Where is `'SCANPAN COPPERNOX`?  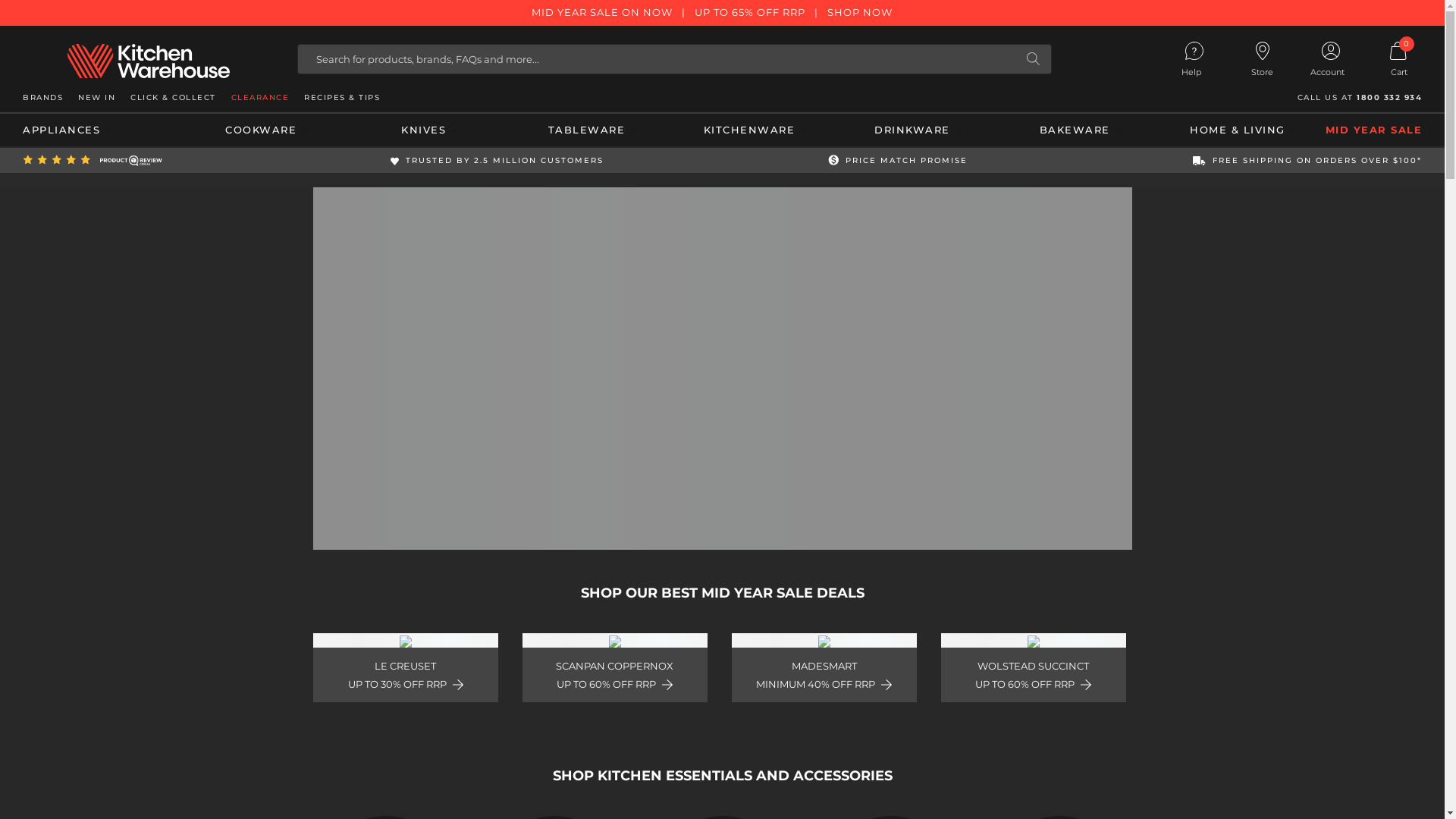
'SCANPAN COPPERNOX is located at coordinates (614, 667).